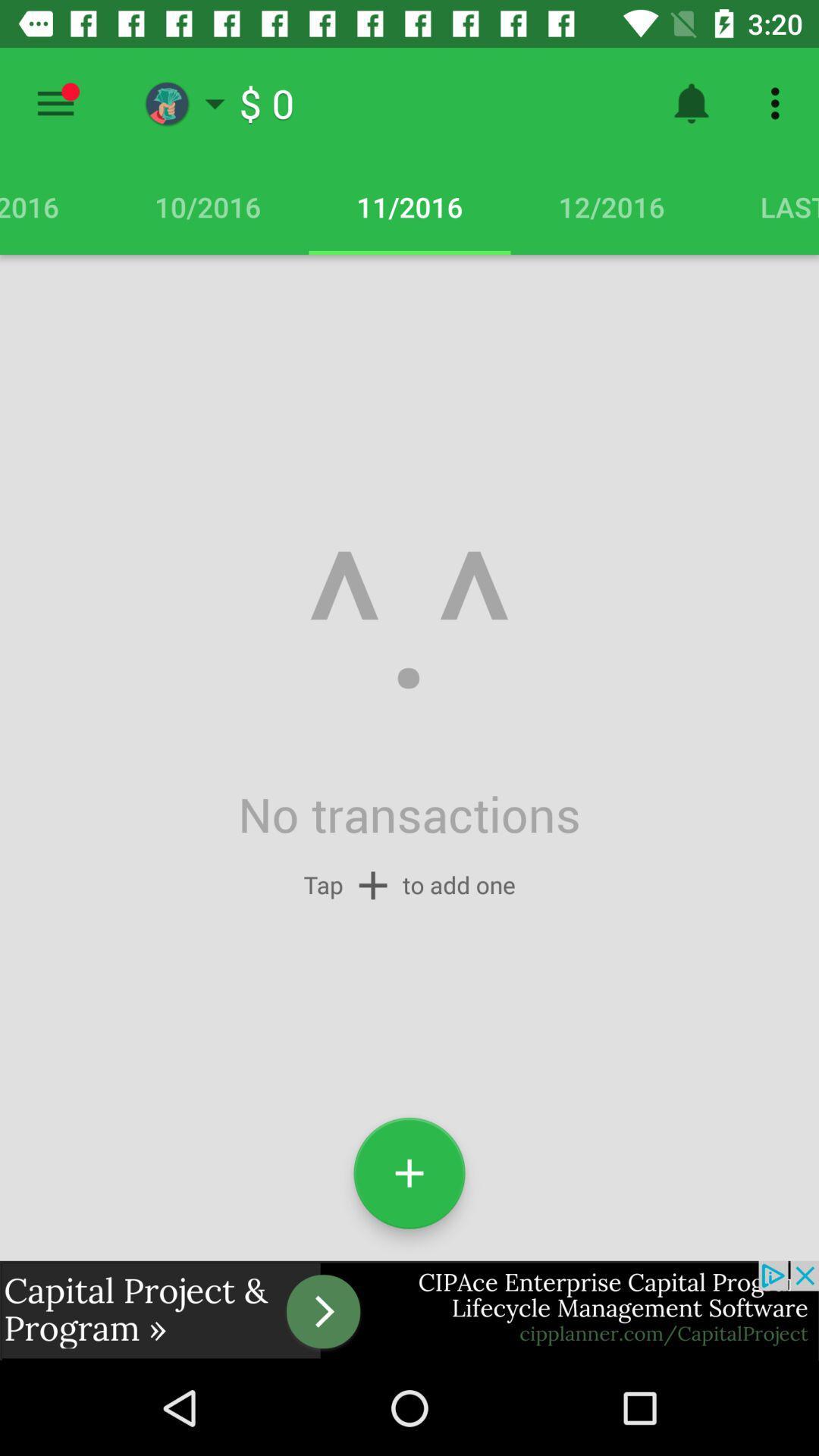 This screenshot has width=819, height=1456. What do you see at coordinates (409, 1310) in the screenshot?
I see `advertisement` at bounding box center [409, 1310].